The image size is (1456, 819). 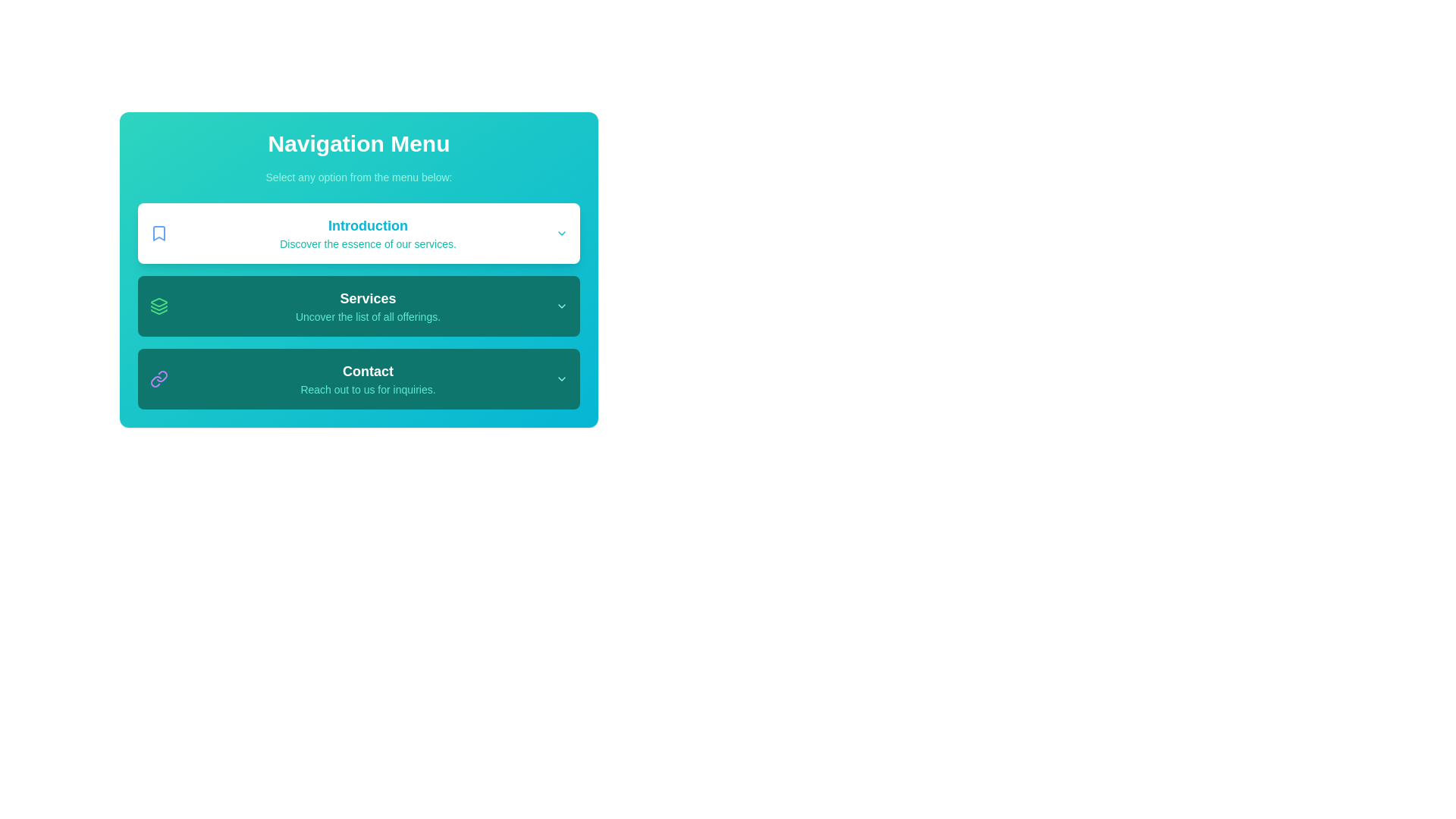 I want to click on the bookmark-shaped icon with a blue stroke located in the upper left corner of the 'Introduction' button in the interactive navigation menu, so click(x=159, y=234).